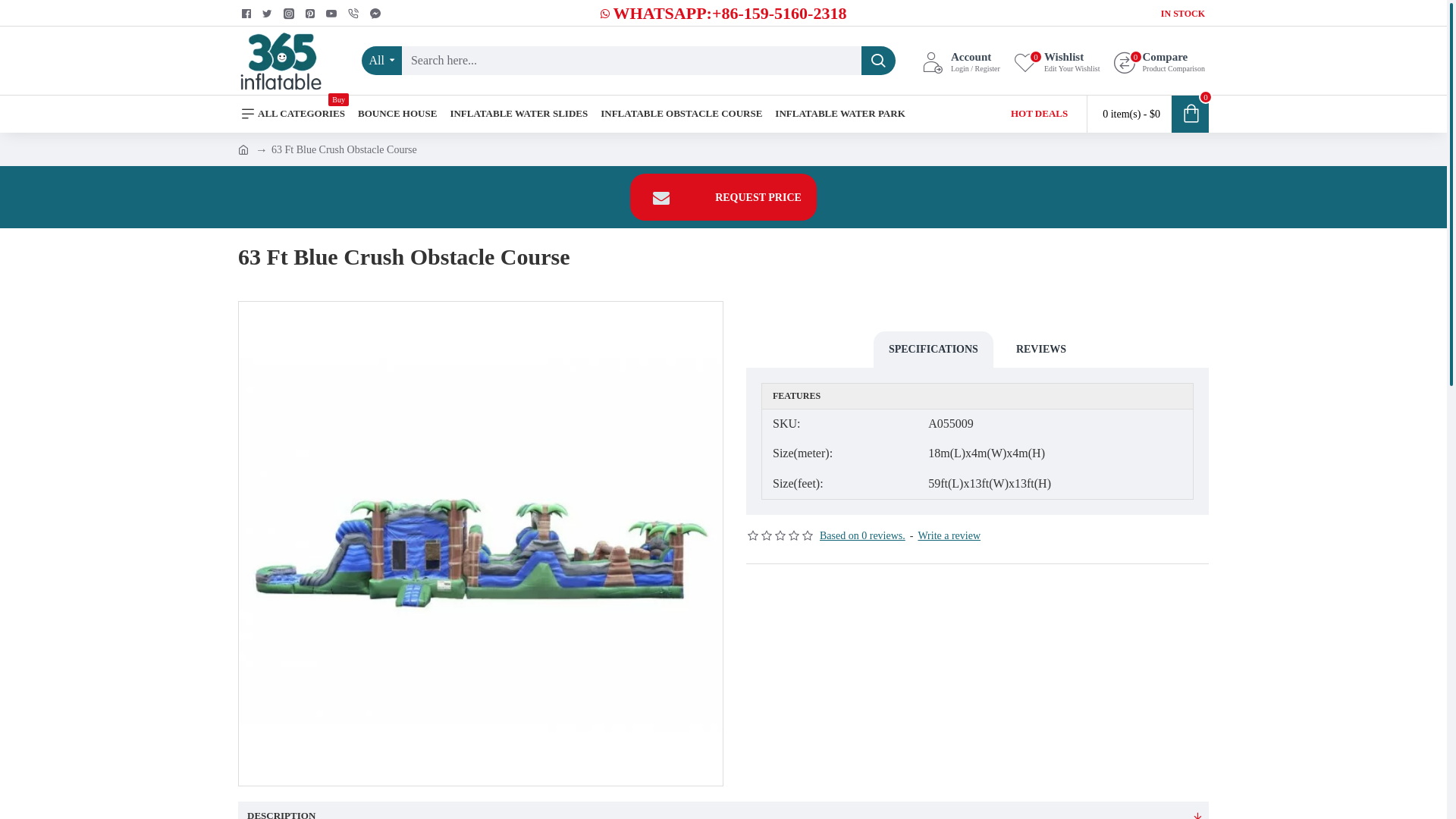 This screenshot has height=819, width=1456. What do you see at coordinates (519, 113) in the screenshot?
I see `'INFLATABLE WATER SLIDES'` at bounding box center [519, 113].